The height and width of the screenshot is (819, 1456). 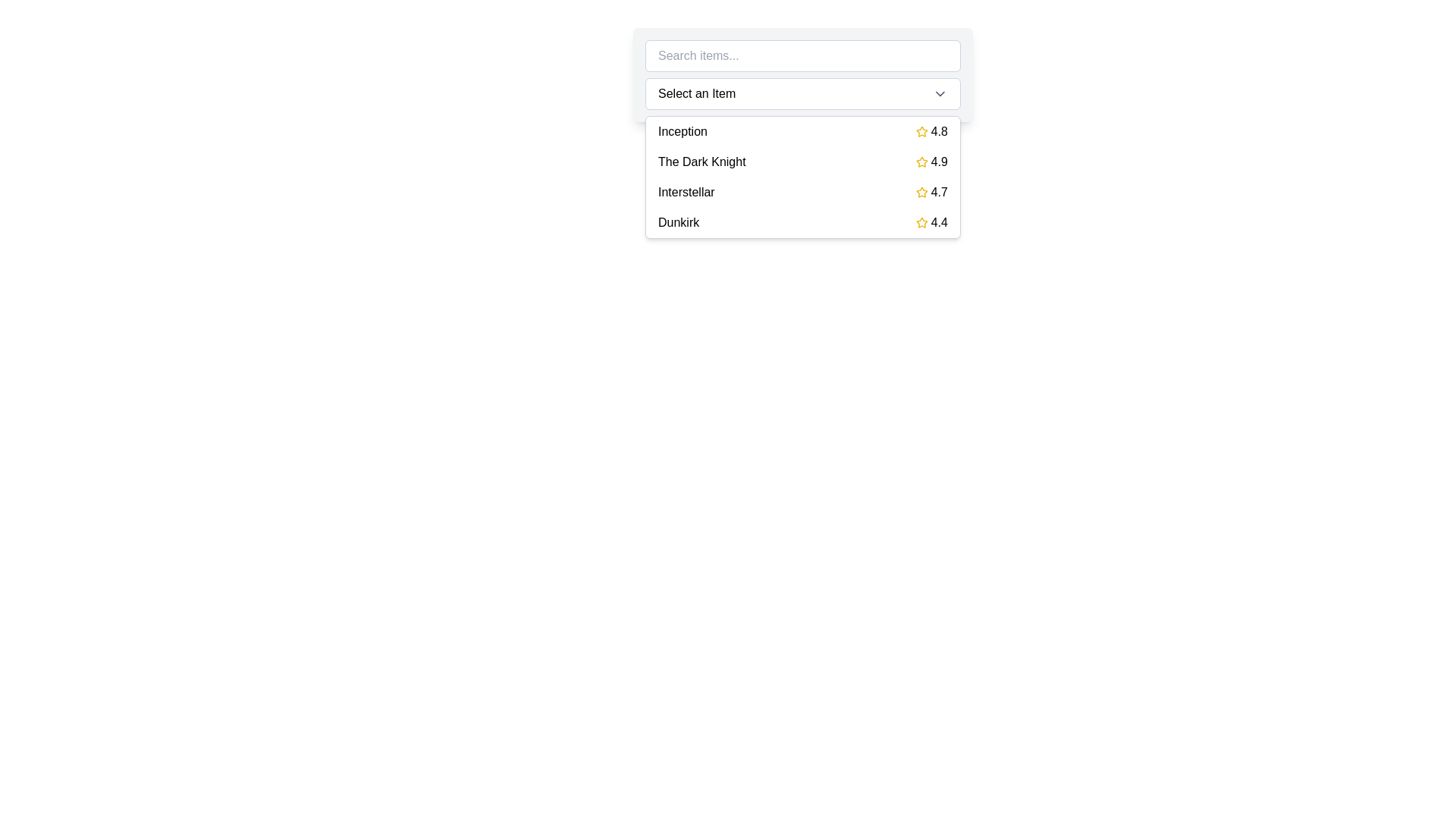 What do you see at coordinates (802, 130) in the screenshot?
I see `the list item displaying the movie 'Inception' with a rating of 4.8 in the dropdown menu` at bounding box center [802, 130].